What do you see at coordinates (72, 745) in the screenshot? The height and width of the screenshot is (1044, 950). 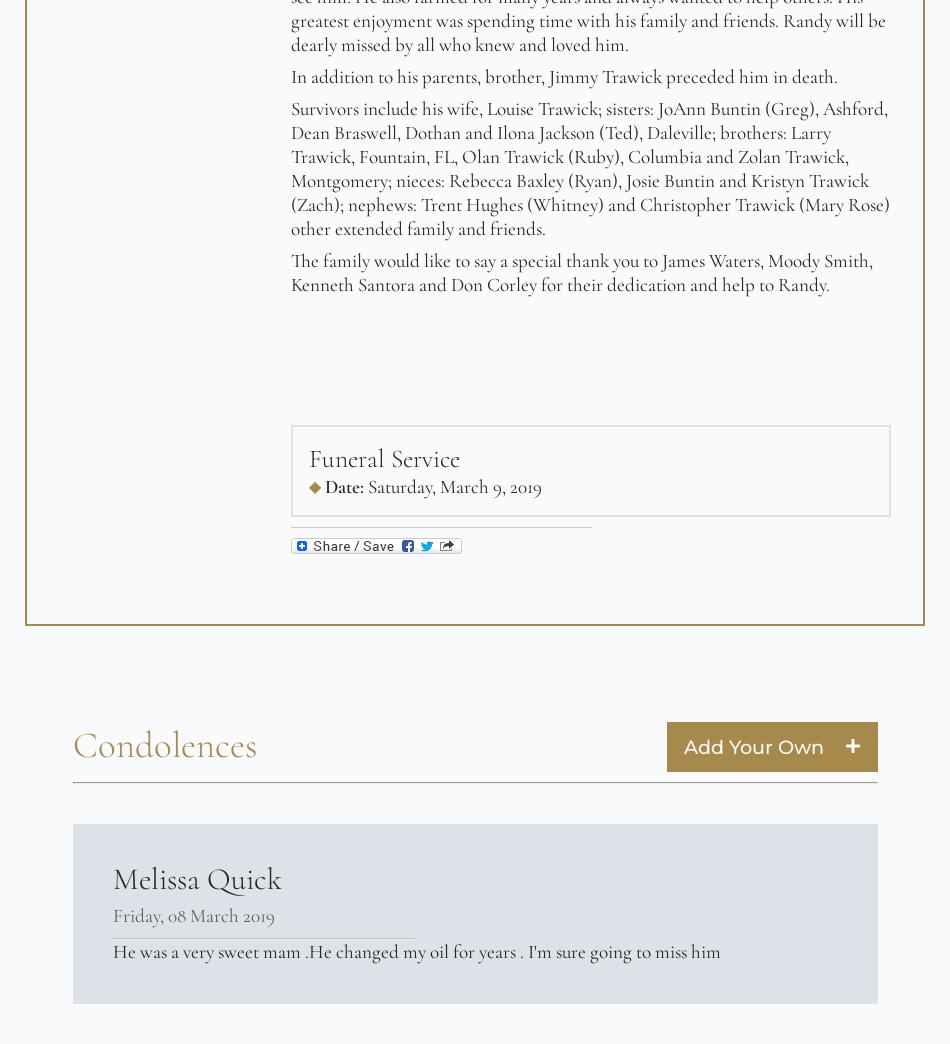 I see `'Condolences'` at bounding box center [72, 745].